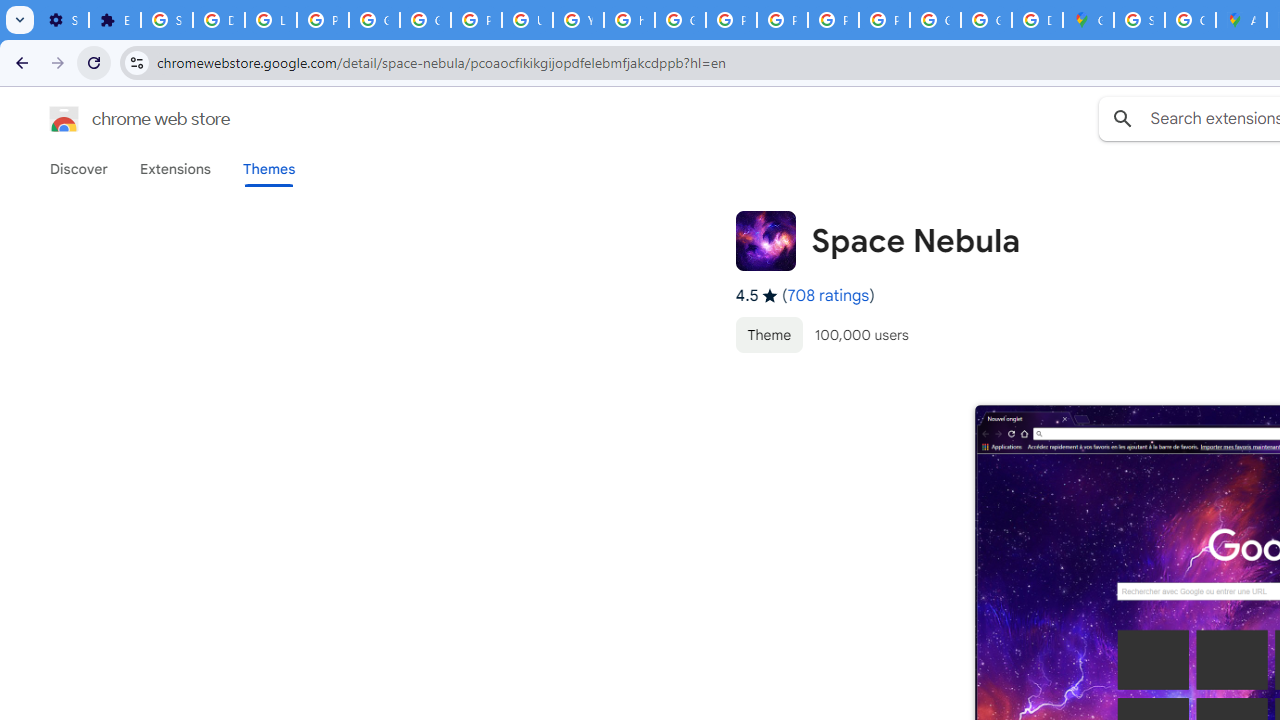 This screenshot has height=720, width=1280. I want to click on 'YouTube', so click(577, 20).